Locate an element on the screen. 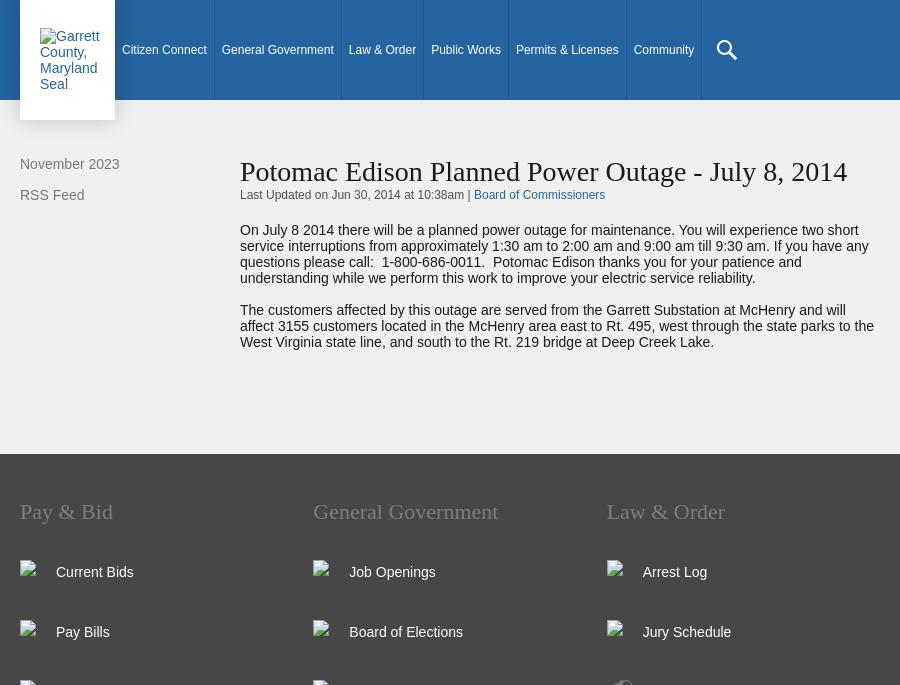 The height and width of the screenshot is (685, 900). 'Public Works' is located at coordinates (431, 50).